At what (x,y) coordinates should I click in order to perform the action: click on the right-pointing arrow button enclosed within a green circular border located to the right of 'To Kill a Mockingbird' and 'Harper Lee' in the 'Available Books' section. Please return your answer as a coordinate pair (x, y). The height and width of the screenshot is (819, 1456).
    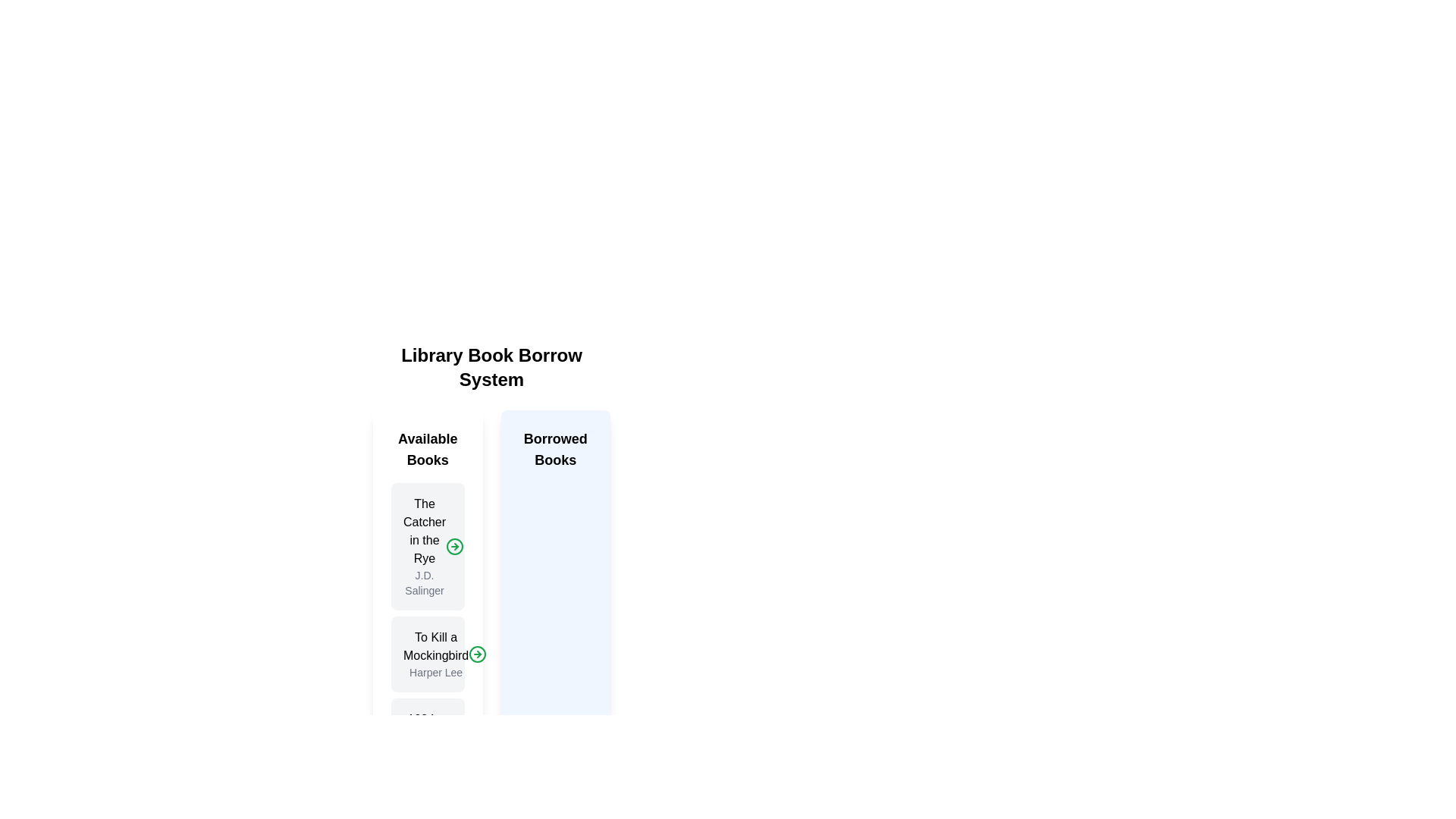
    Looking at the image, I should click on (477, 654).